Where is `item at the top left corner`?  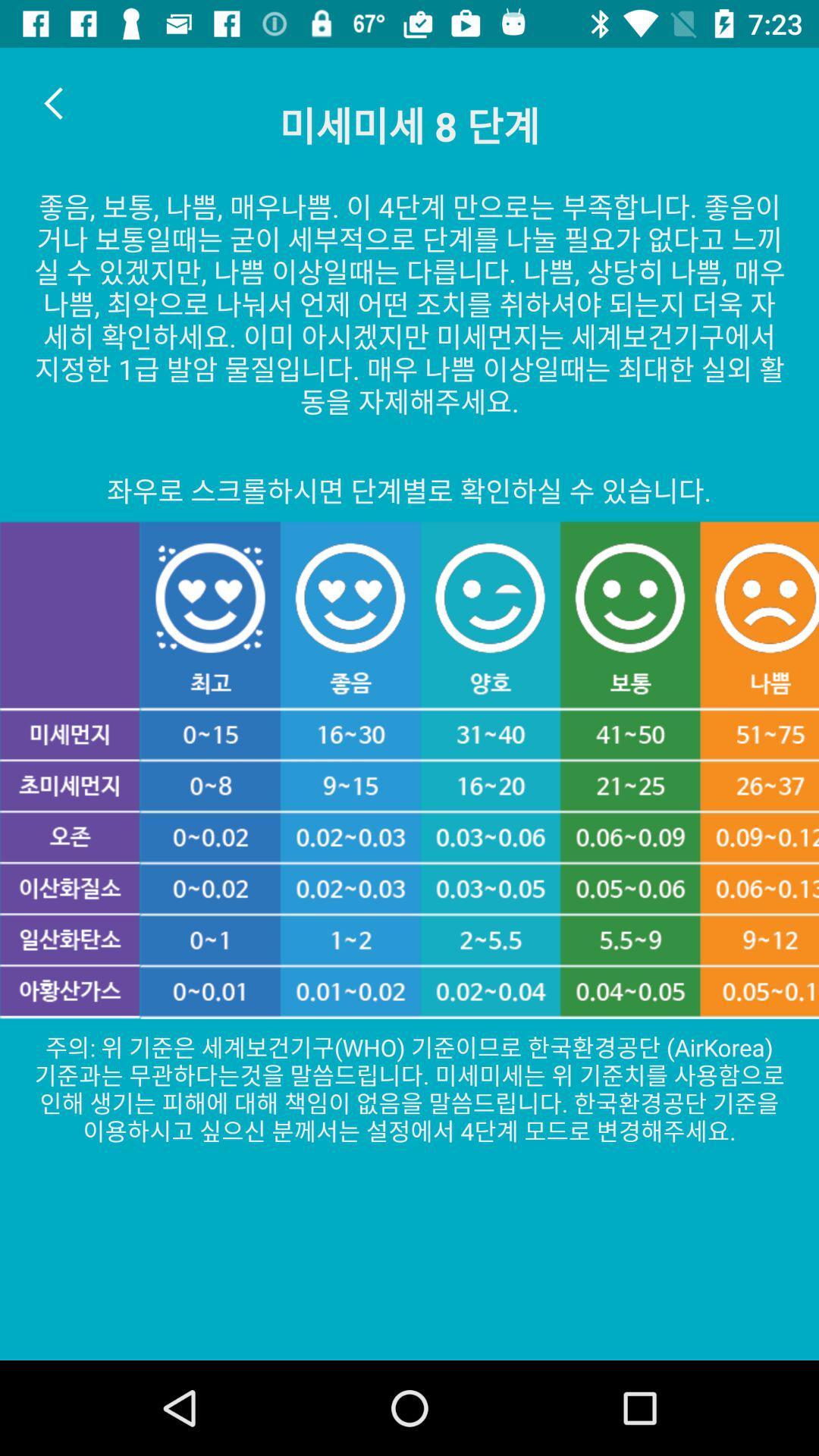 item at the top left corner is located at coordinates (55, 102).